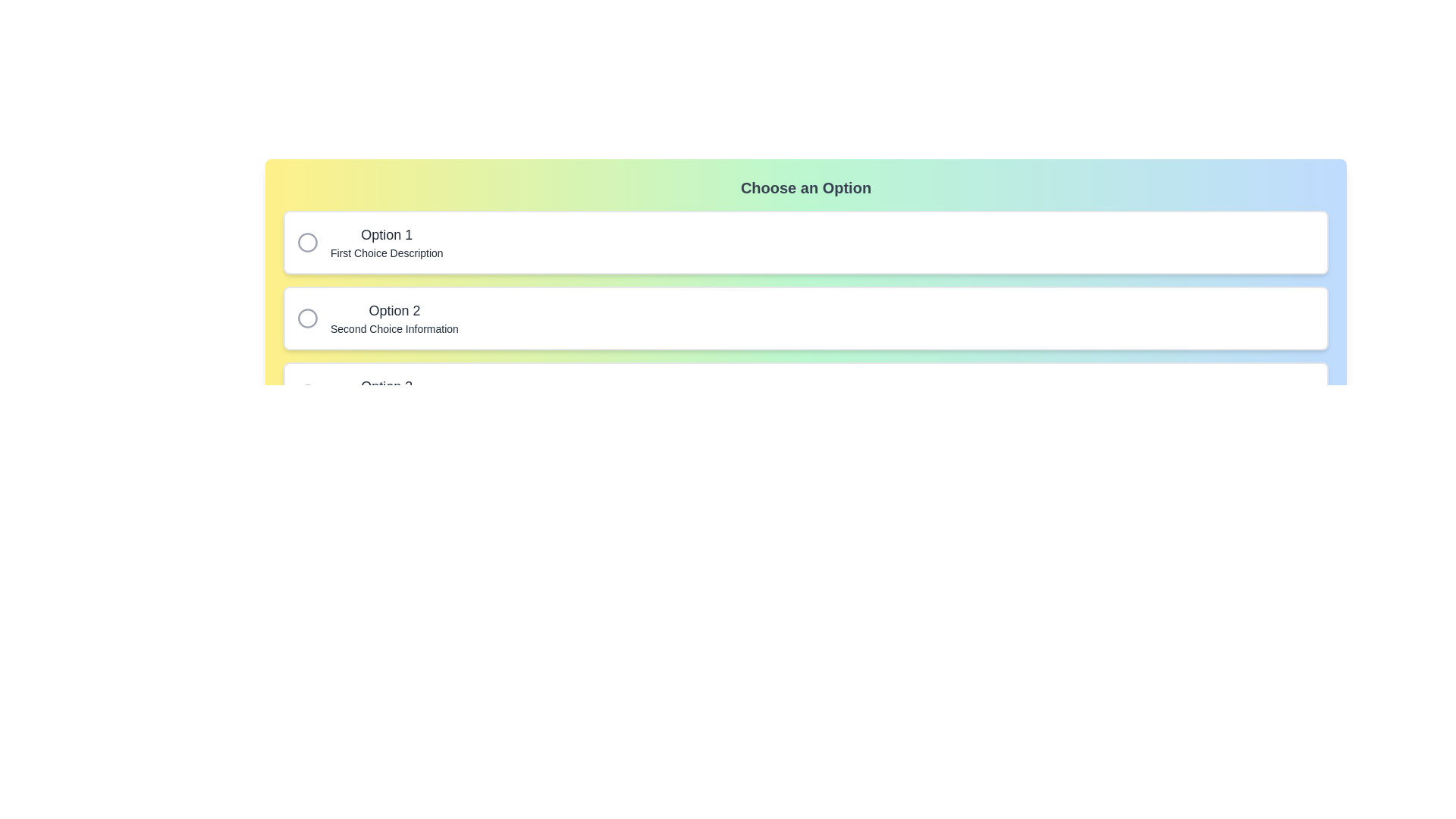  What do you see at coordinates (387, 234) in the screenshot?
I see `the text label reading 'Option 1', which is displayed in bold and located in the first group above 'First Choice Description'` at bounding box center [387, 234].